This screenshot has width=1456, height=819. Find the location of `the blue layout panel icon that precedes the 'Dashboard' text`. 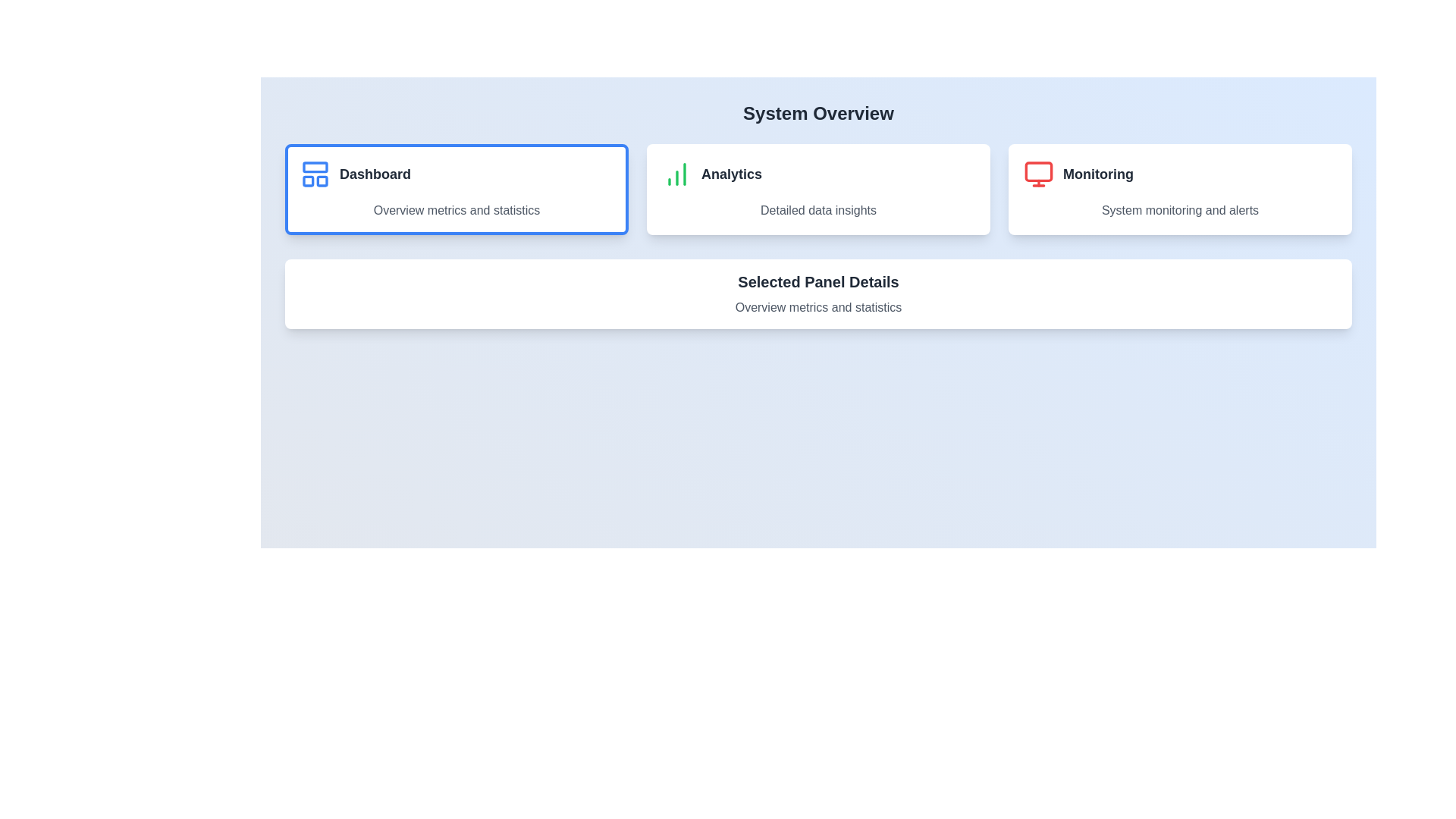

the blue layout panel icon that precedes the 'Dashboard' text is located at coordinates (315, 174).